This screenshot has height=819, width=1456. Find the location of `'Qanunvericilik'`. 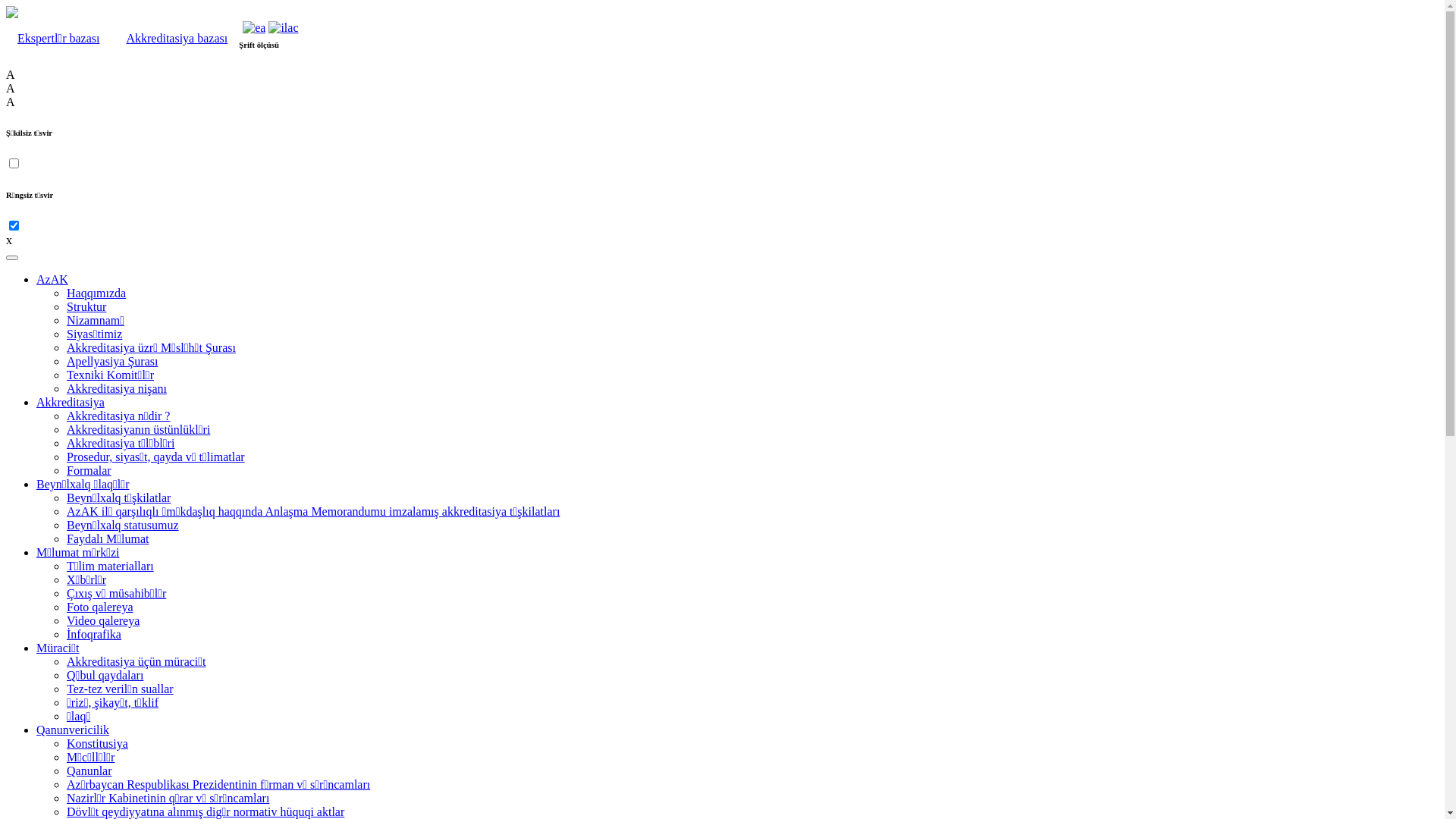

'Qanunvericilik' is located at coordinates (72, 729).